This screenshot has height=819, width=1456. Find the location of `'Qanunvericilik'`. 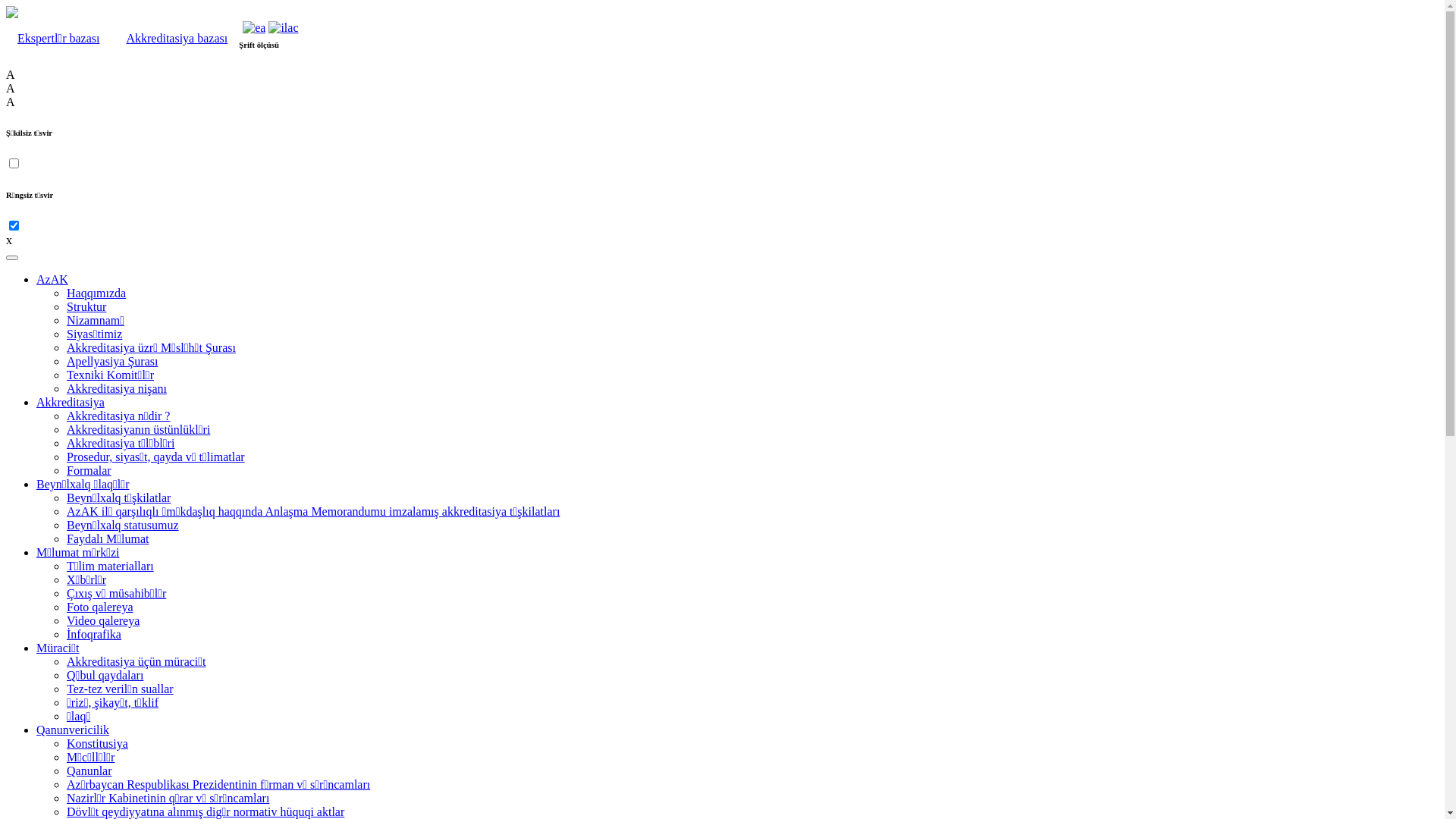

'Qanunvericilik' is located at coordinates (72, 729).